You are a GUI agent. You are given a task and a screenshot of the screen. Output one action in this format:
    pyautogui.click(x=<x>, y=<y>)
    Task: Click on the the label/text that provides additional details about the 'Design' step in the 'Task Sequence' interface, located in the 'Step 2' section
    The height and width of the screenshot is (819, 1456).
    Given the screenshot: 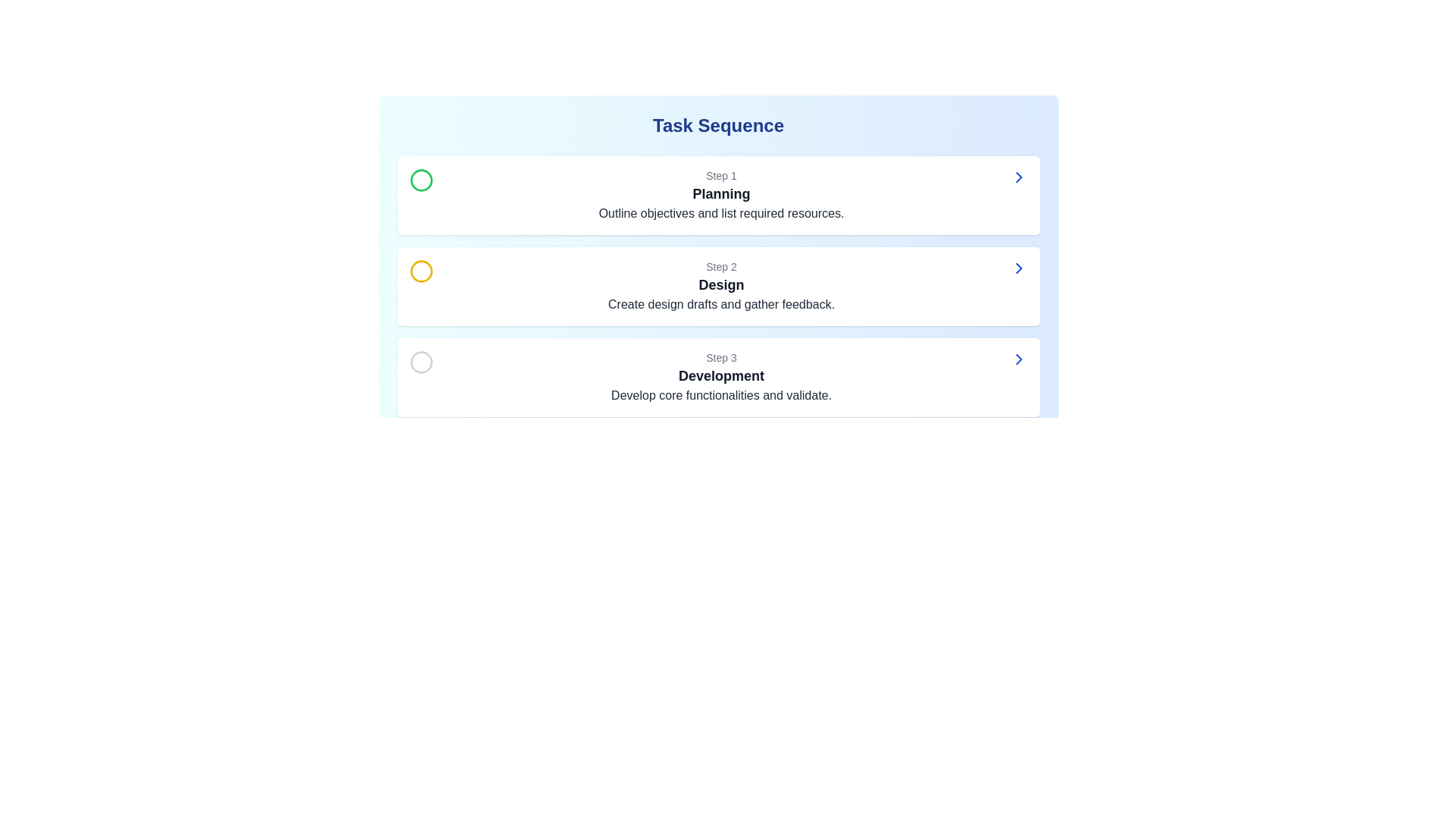 What is the action you would take?
    pyautogui.click(x=720, y=304)
    